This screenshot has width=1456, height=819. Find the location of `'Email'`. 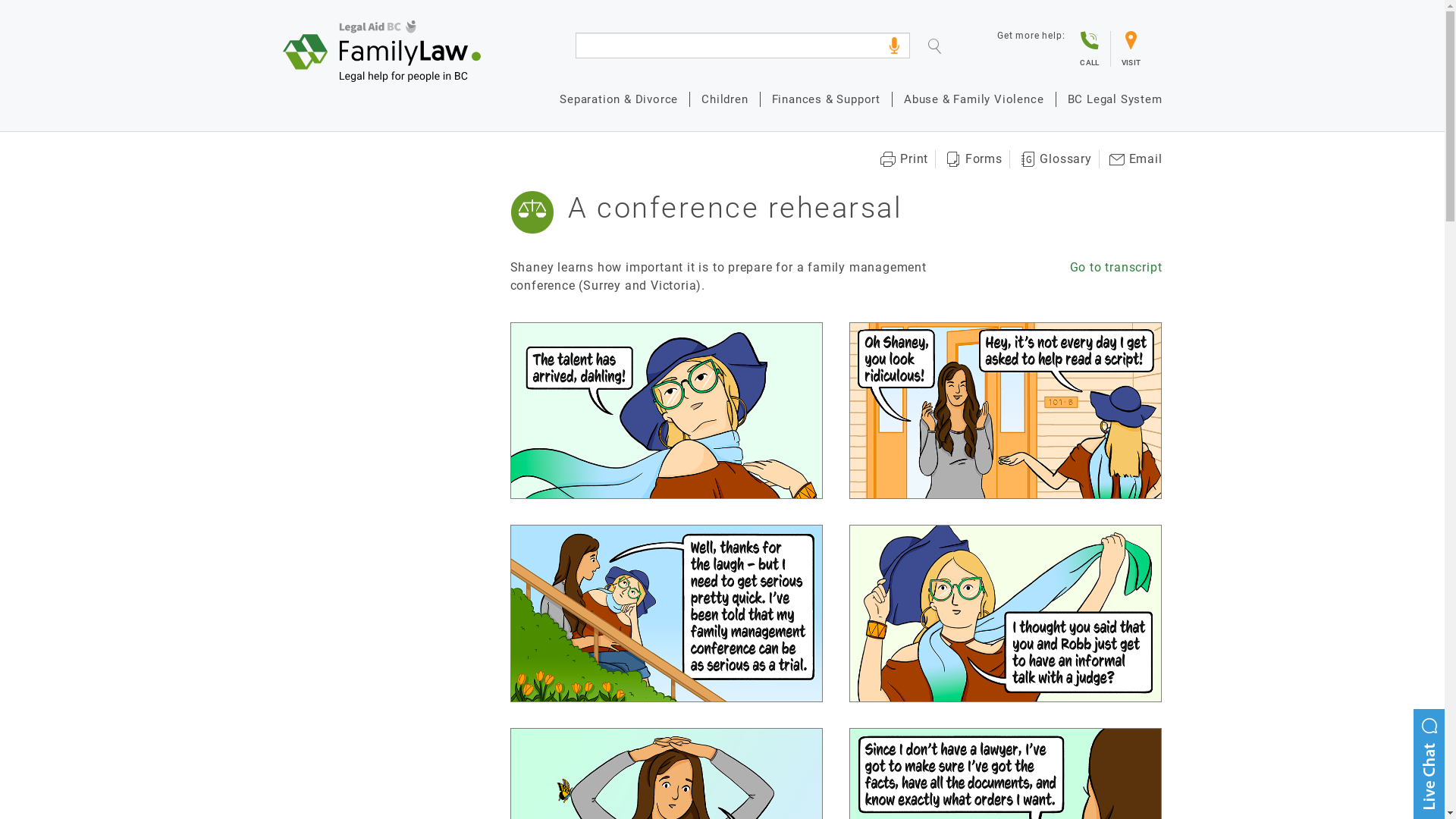

'Email' is located at coordinates (1135, 158).